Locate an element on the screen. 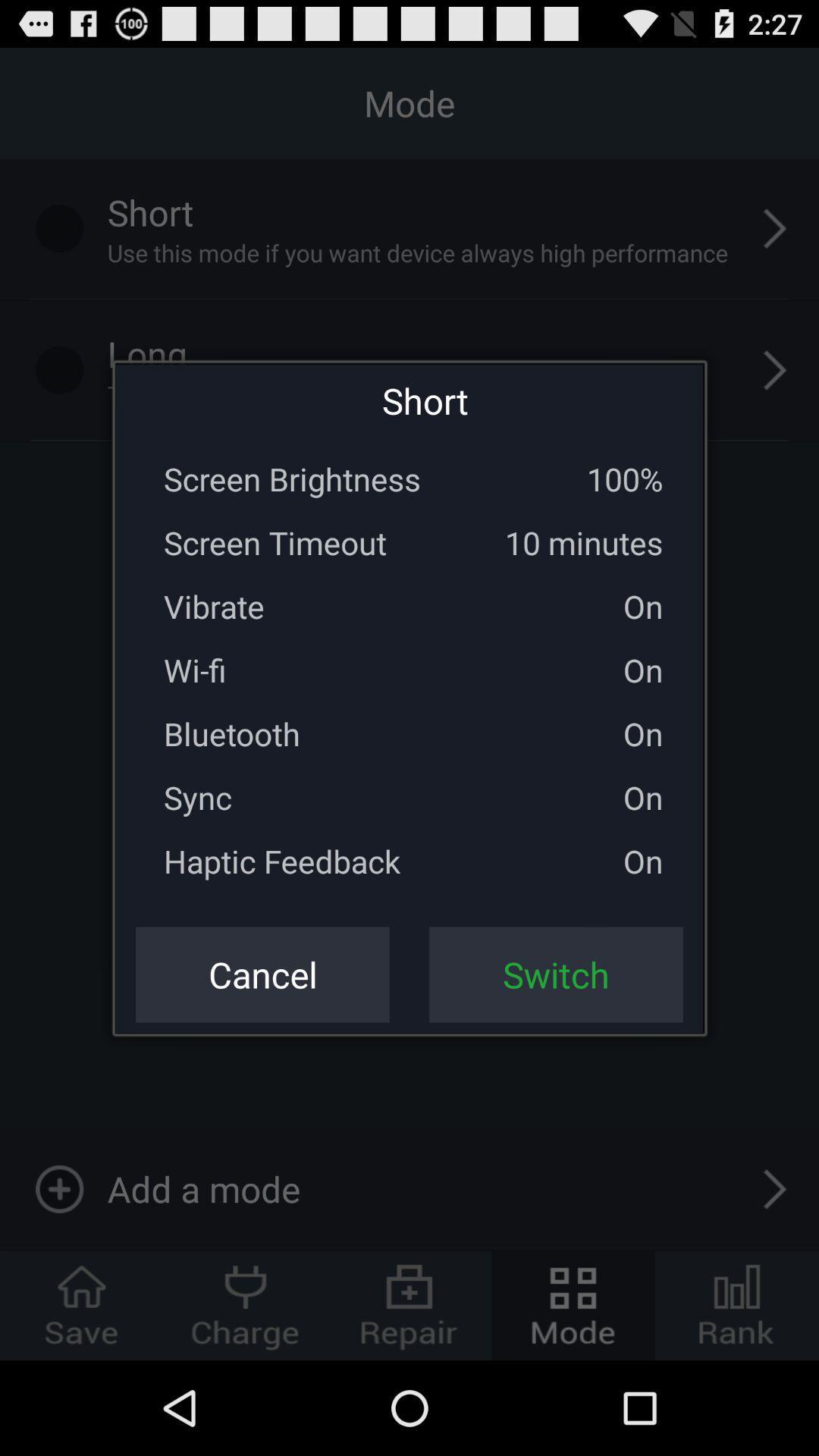 This screenshot has width=819, height=1456. the icon to the left of switch icon is located at coordinates (262, 974).